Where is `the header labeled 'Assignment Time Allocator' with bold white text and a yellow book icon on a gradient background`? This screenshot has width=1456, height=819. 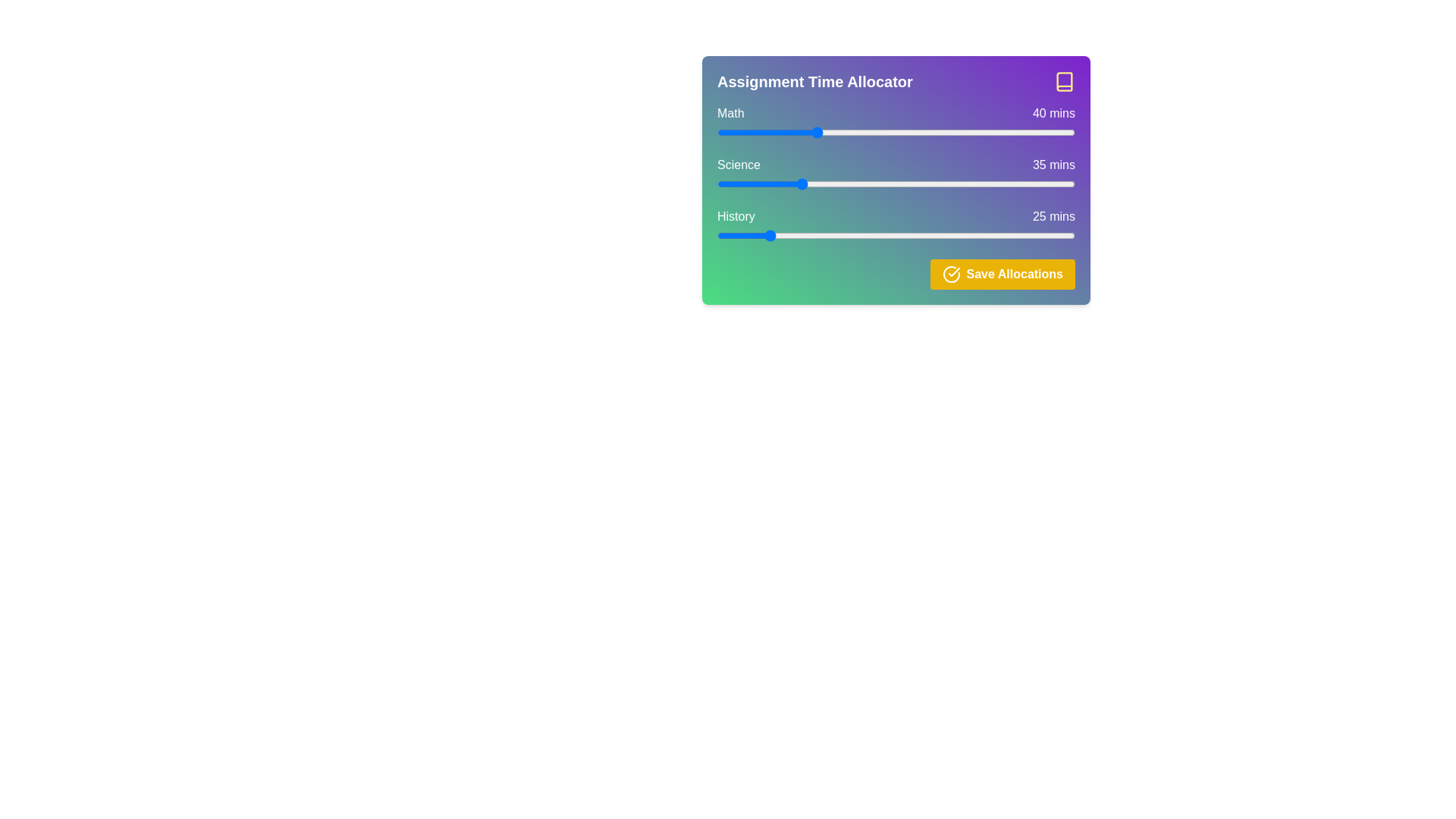 the header labeled 'Assignment Time Allocator' with bold white text and a yellow book icon on a gradient background is located at coordinates (896, 82).